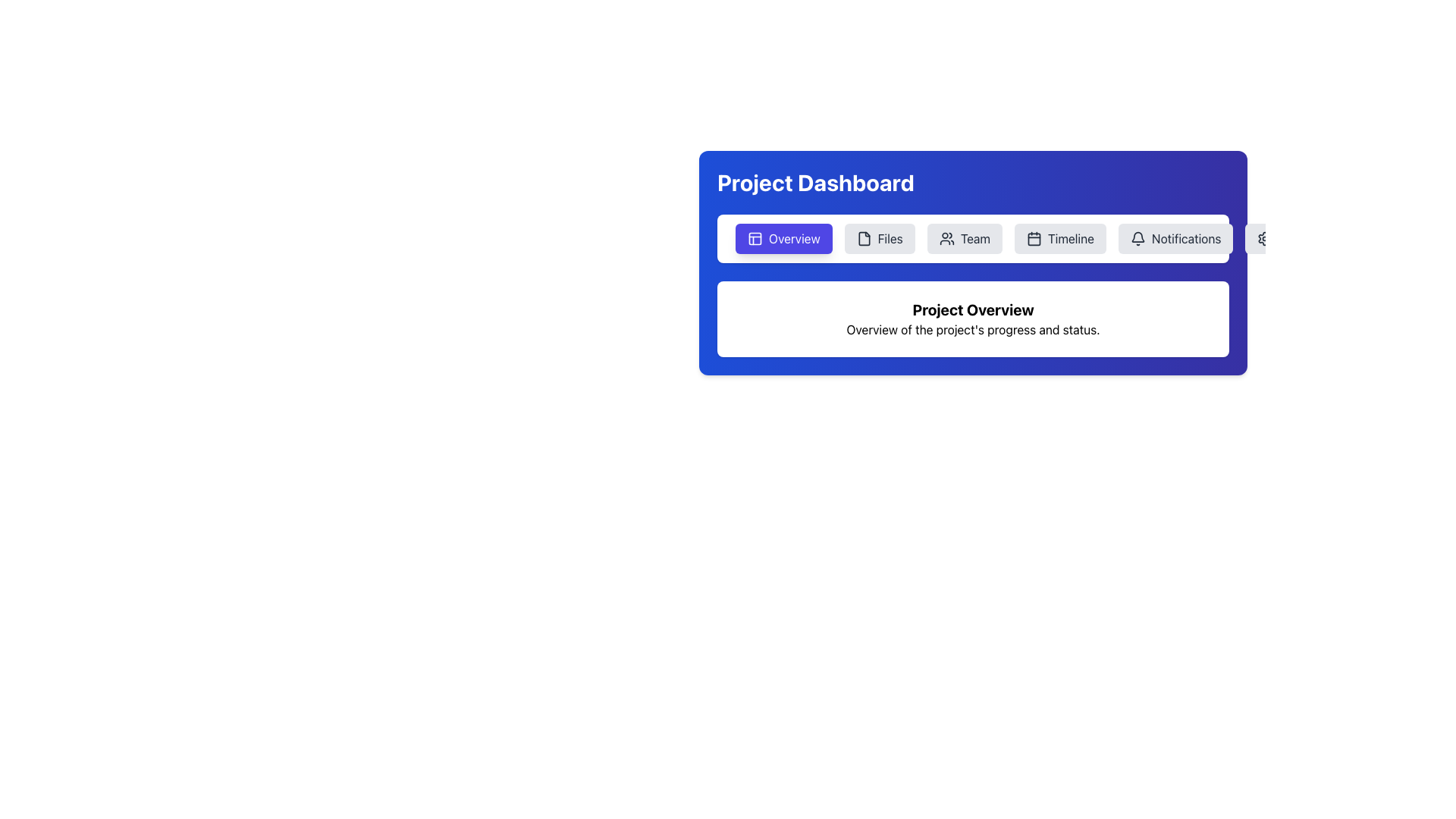  Describe the element at coordinates (973, 262) in the screenshot. I see `the tabs of the main project dashboard to trigger a visual change` at that location.